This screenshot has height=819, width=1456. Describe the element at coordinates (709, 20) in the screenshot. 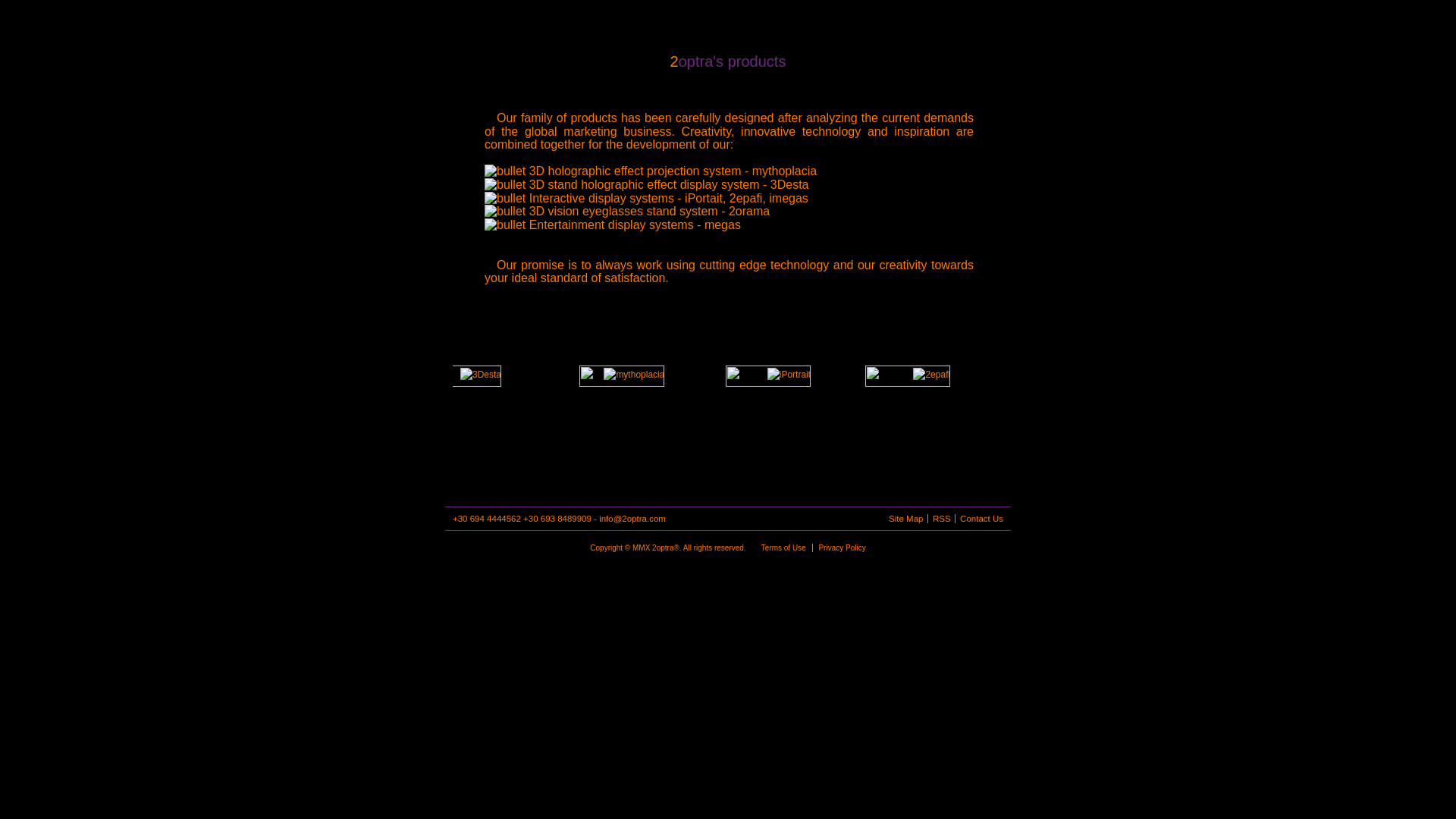

I see `'services'` at that location.